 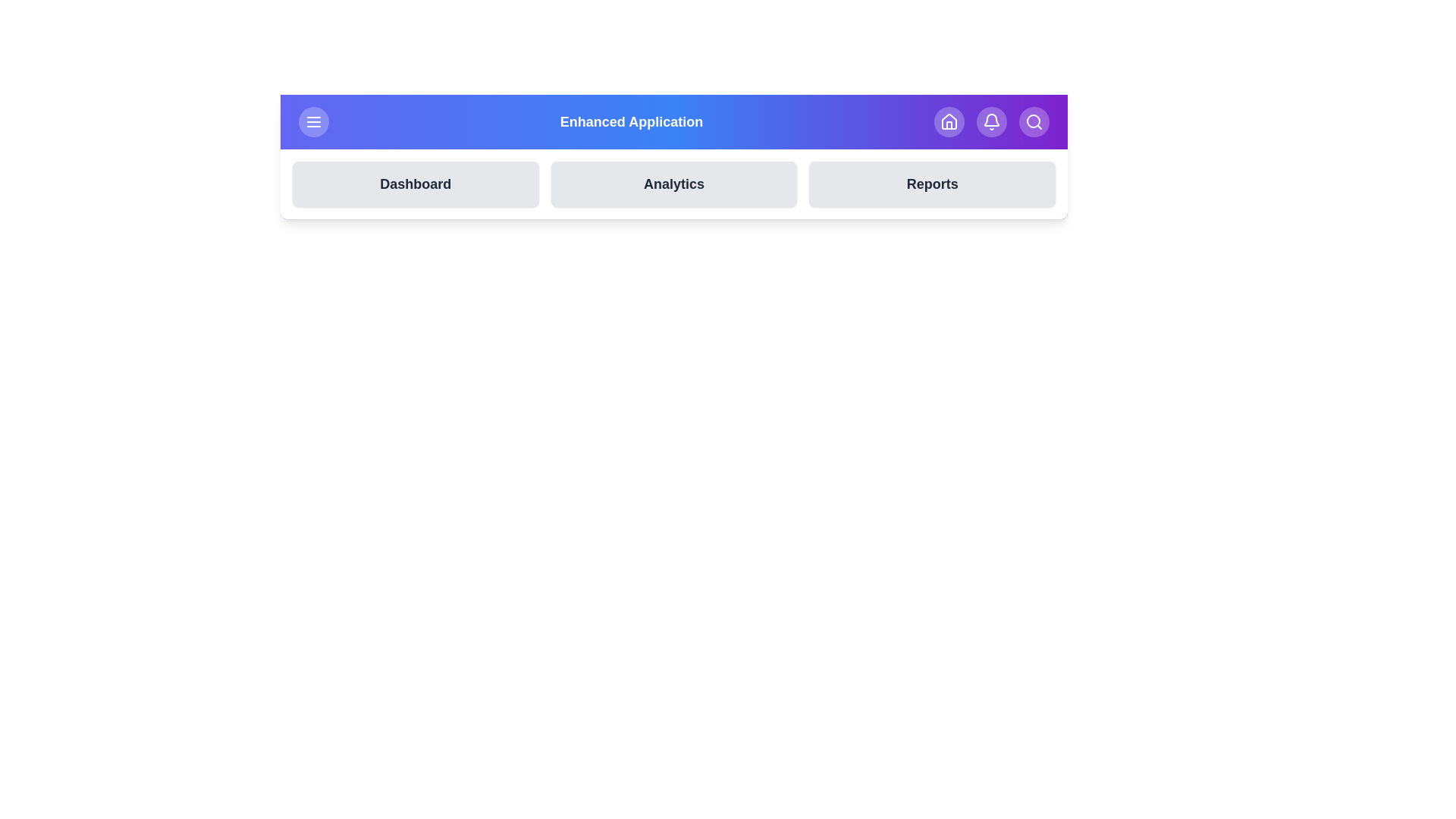 What do you see at coordinates (931, 184) in the screenshot?
I see `the button labeled Reports to observe the visual feedback` at bounding box center [931, 184].